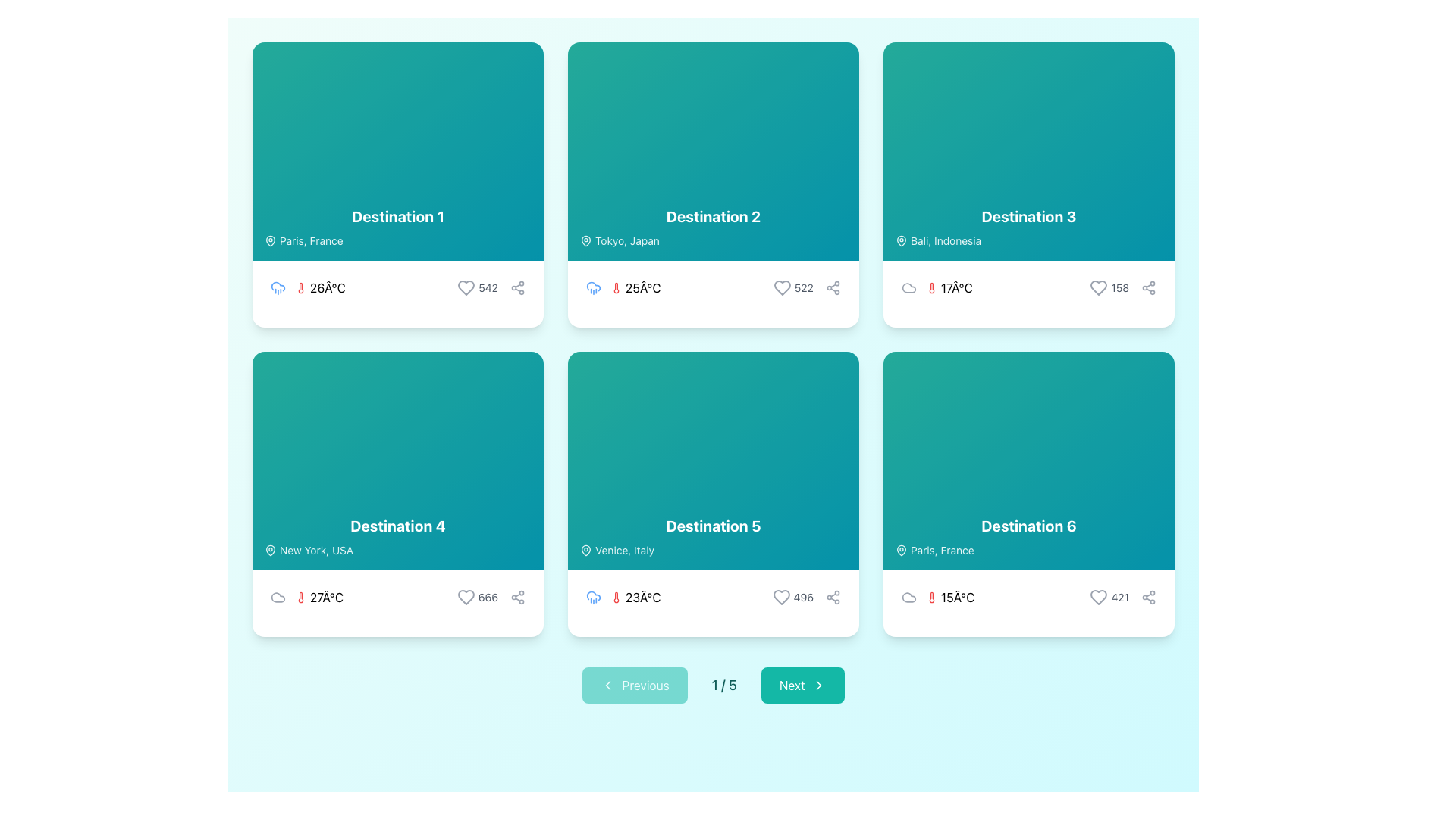 This screenshot has height=819, width=1456. Describe the element at coordinates (802, 596) in the screenshot. I see `text displayed on the count label located to the right of the heart icon in the bottom-right section of the 'Destination 5' card` at that location.